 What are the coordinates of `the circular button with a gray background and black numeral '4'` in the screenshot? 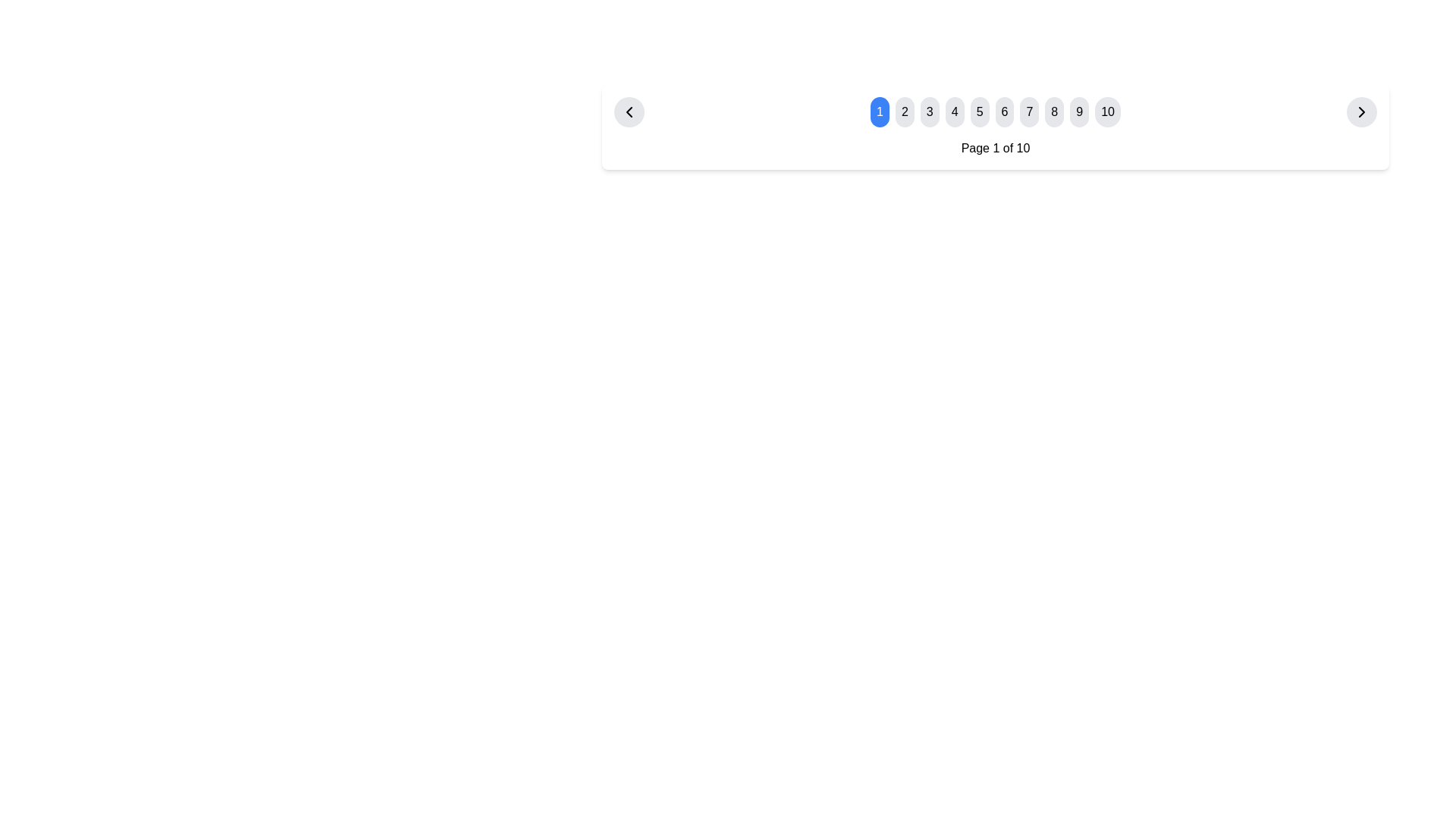 It's located at (954, 111).